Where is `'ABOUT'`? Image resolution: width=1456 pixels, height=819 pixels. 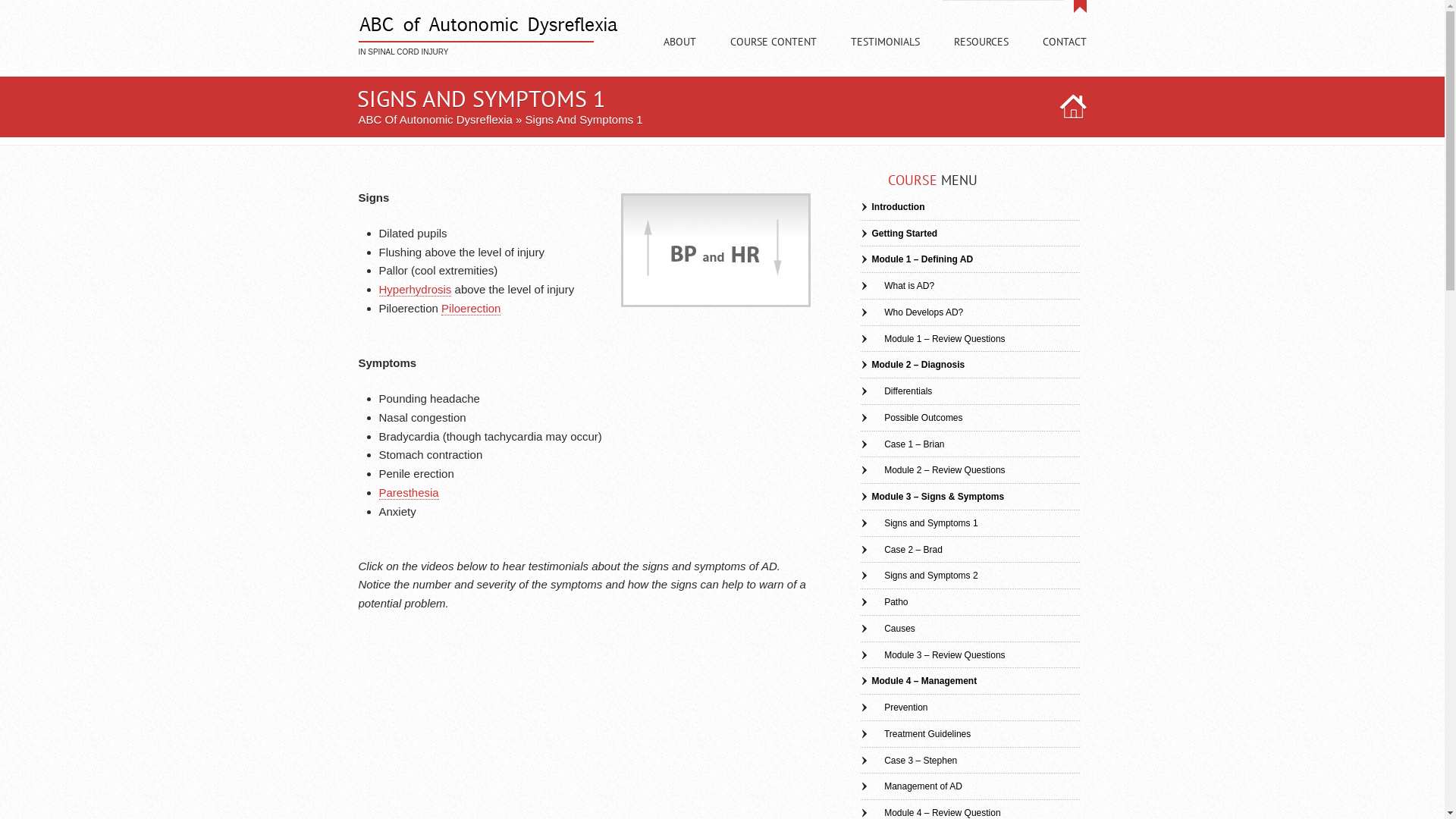 'ABOUT' is located at coordinates (678, 55).